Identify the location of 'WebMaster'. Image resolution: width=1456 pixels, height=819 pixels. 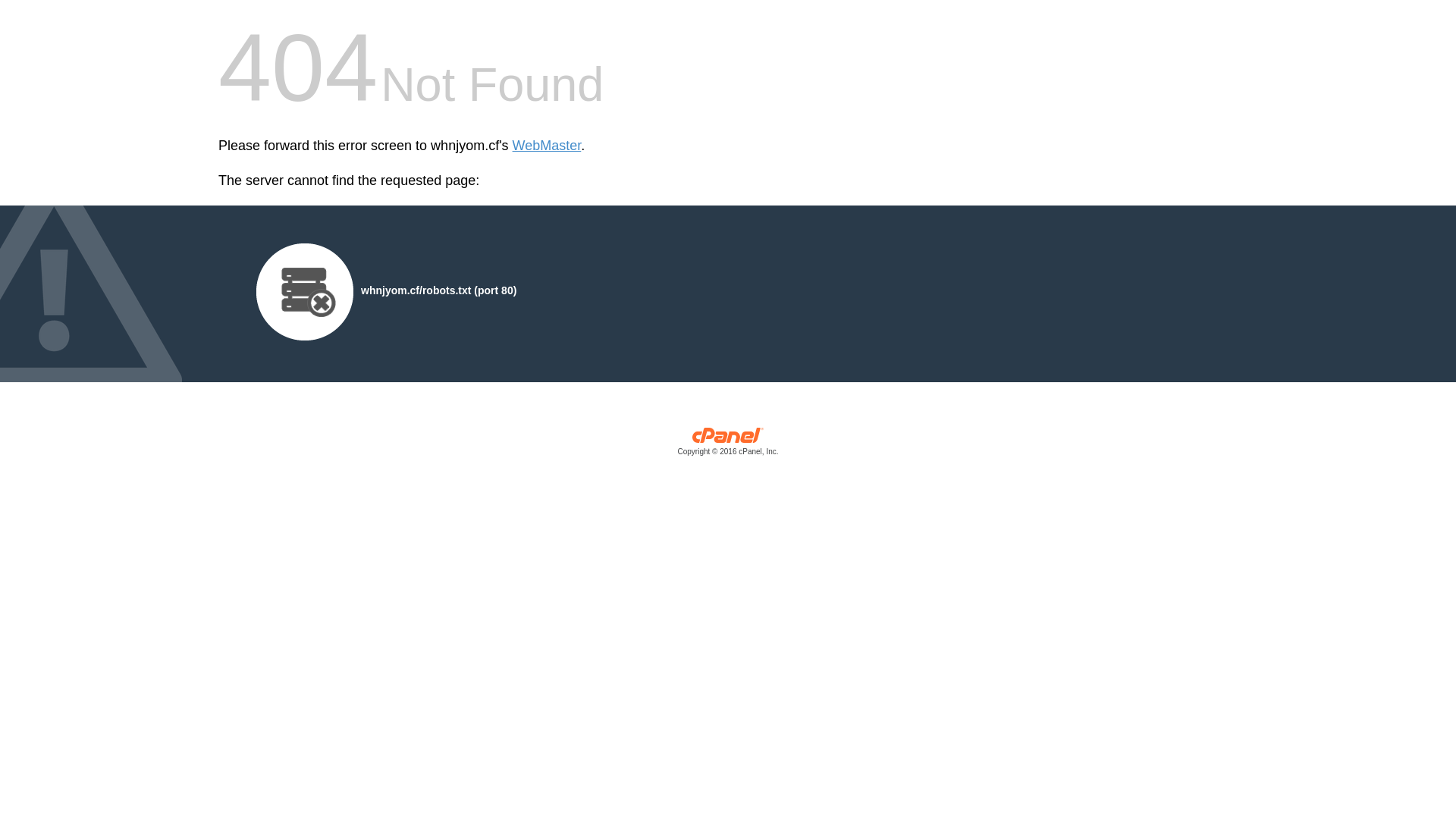
(513, 146).